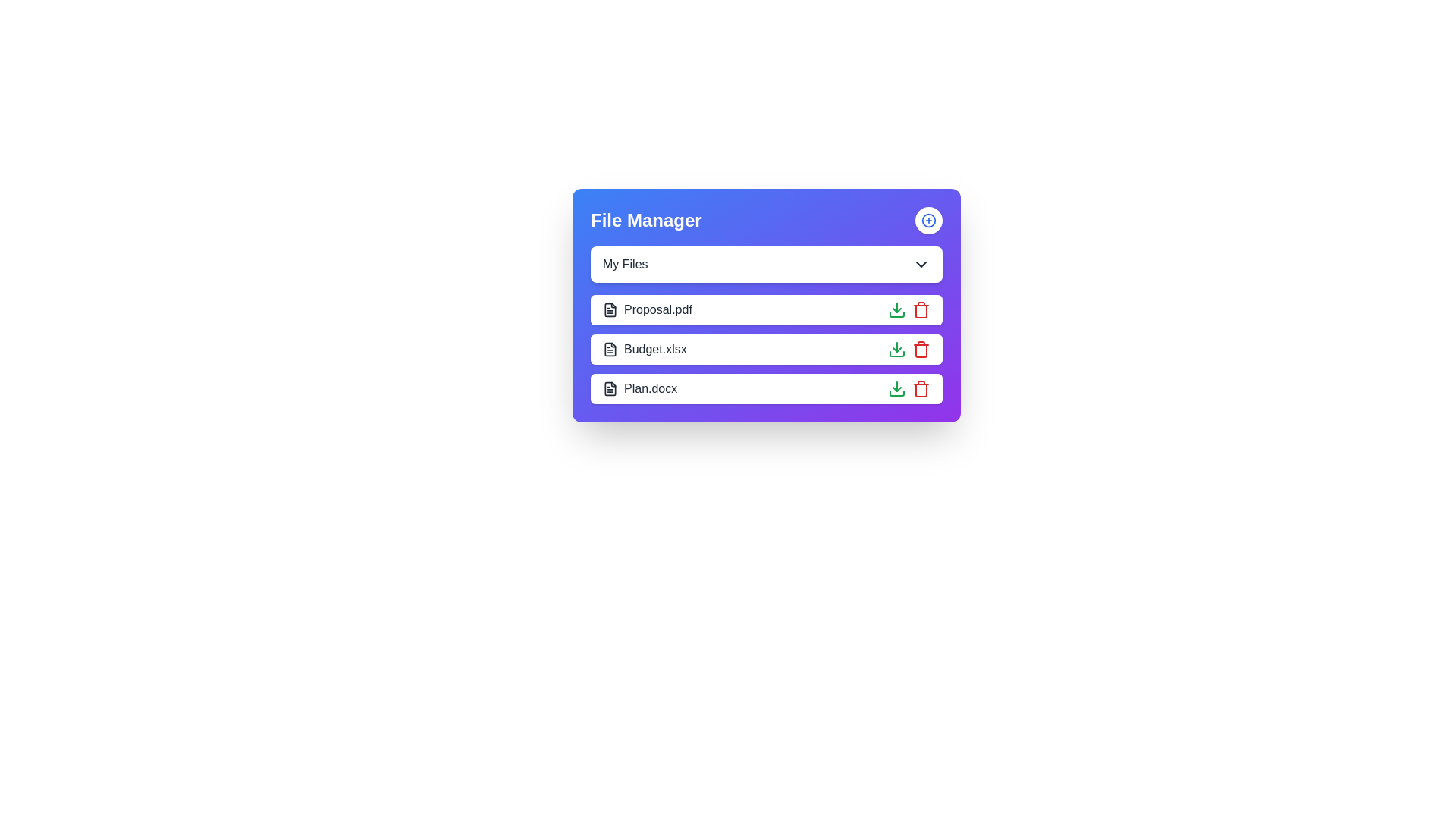 Image resolution: width=1456 pixels, height=819 pixels. What do you see at coordinates (640, 388) in the screenshot?
I see `the third text label in the vertical list of file entries in the file manager interface` at bounding box center [640, 388].